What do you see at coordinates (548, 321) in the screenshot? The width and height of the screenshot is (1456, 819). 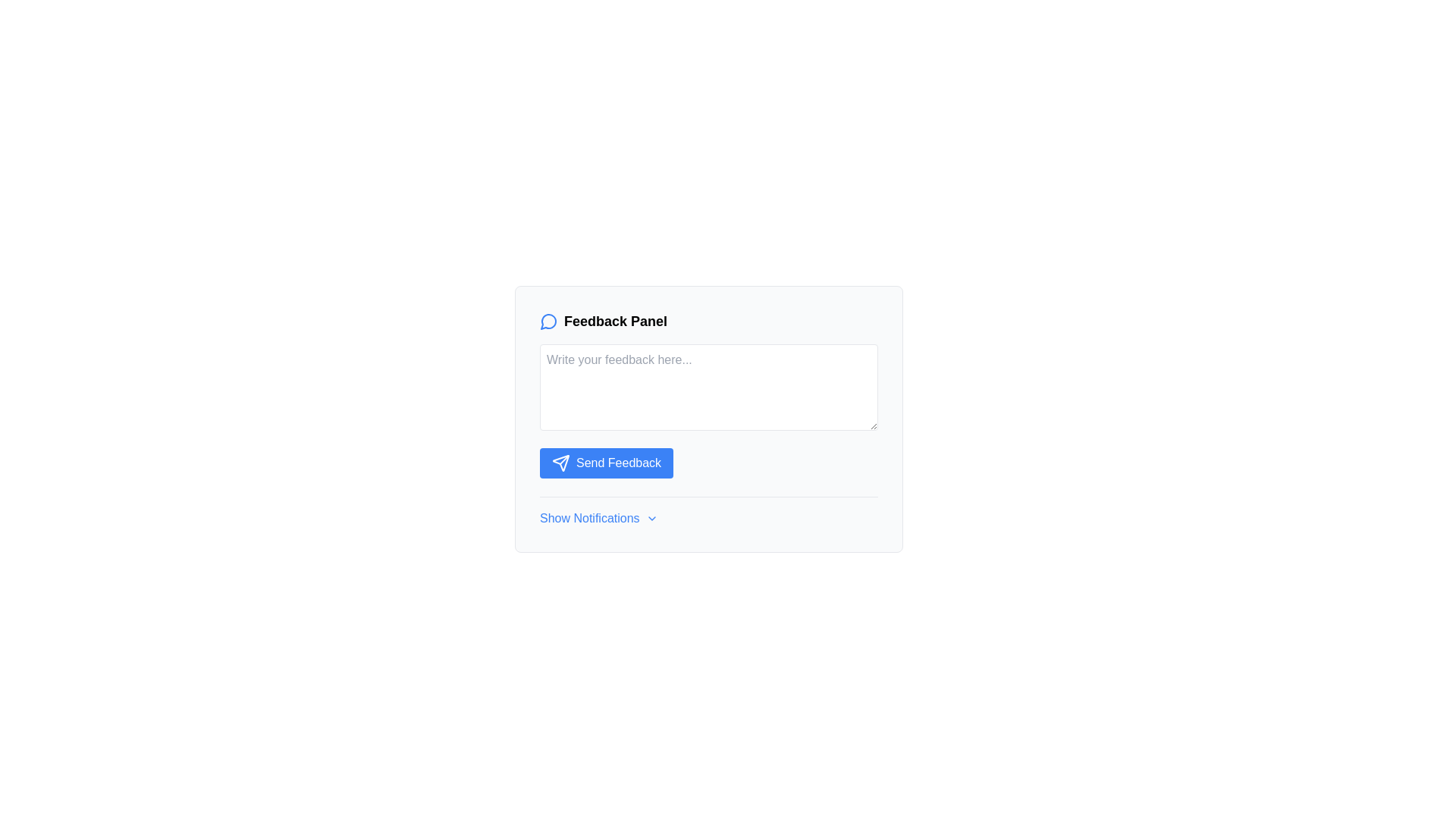 I see `the speech bubble icon, which is a circular shape with a tail-like protrusion, located in the top-left corner of the feedback panel above the input field` at bounding box center [548, 321].